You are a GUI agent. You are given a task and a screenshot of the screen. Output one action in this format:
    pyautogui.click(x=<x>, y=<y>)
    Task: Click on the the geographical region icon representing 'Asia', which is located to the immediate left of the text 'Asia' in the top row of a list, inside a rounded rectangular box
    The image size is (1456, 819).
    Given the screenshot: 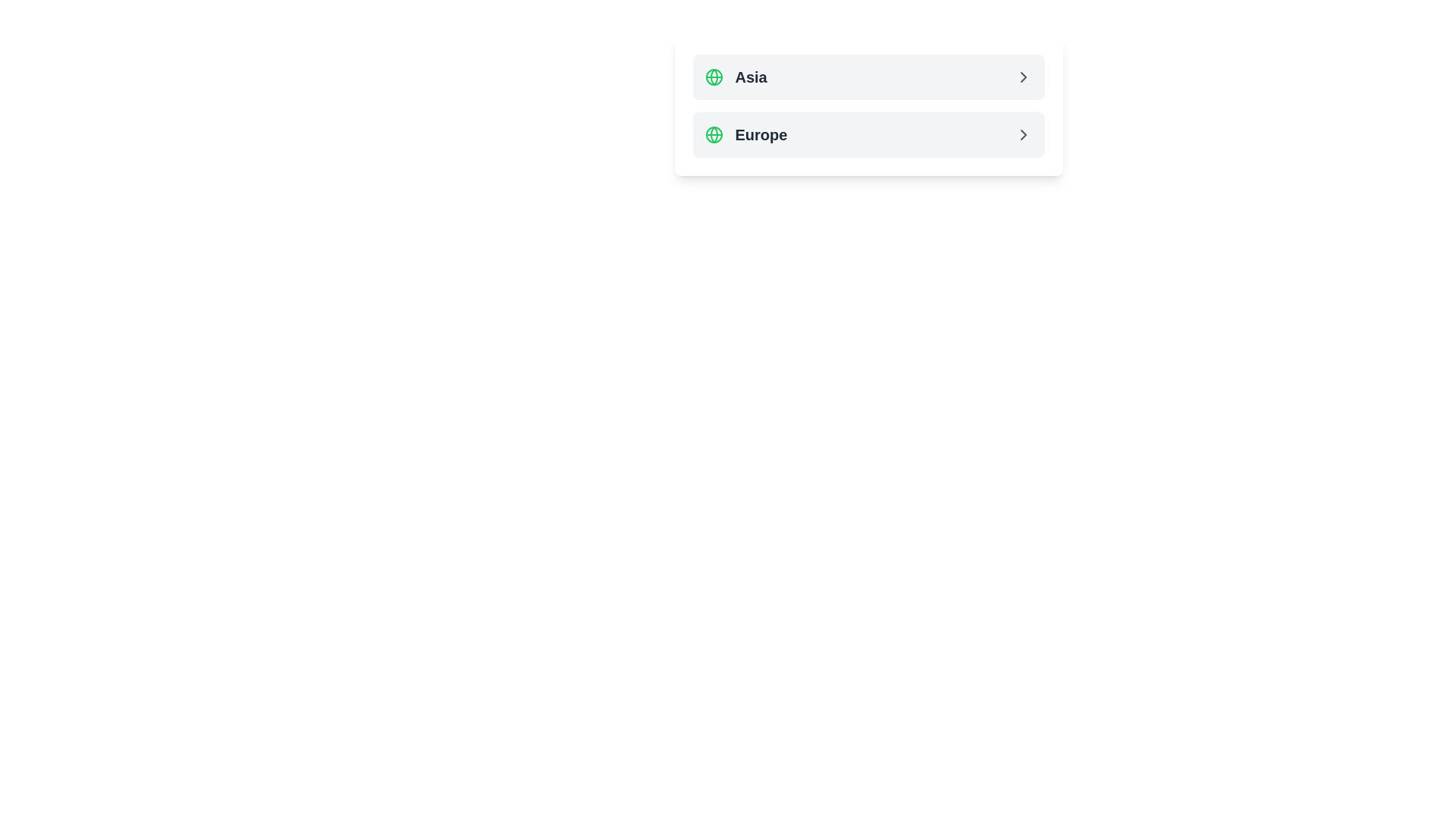 What is the action you would take?
    pyautogui.click(x=713, y=77)
    